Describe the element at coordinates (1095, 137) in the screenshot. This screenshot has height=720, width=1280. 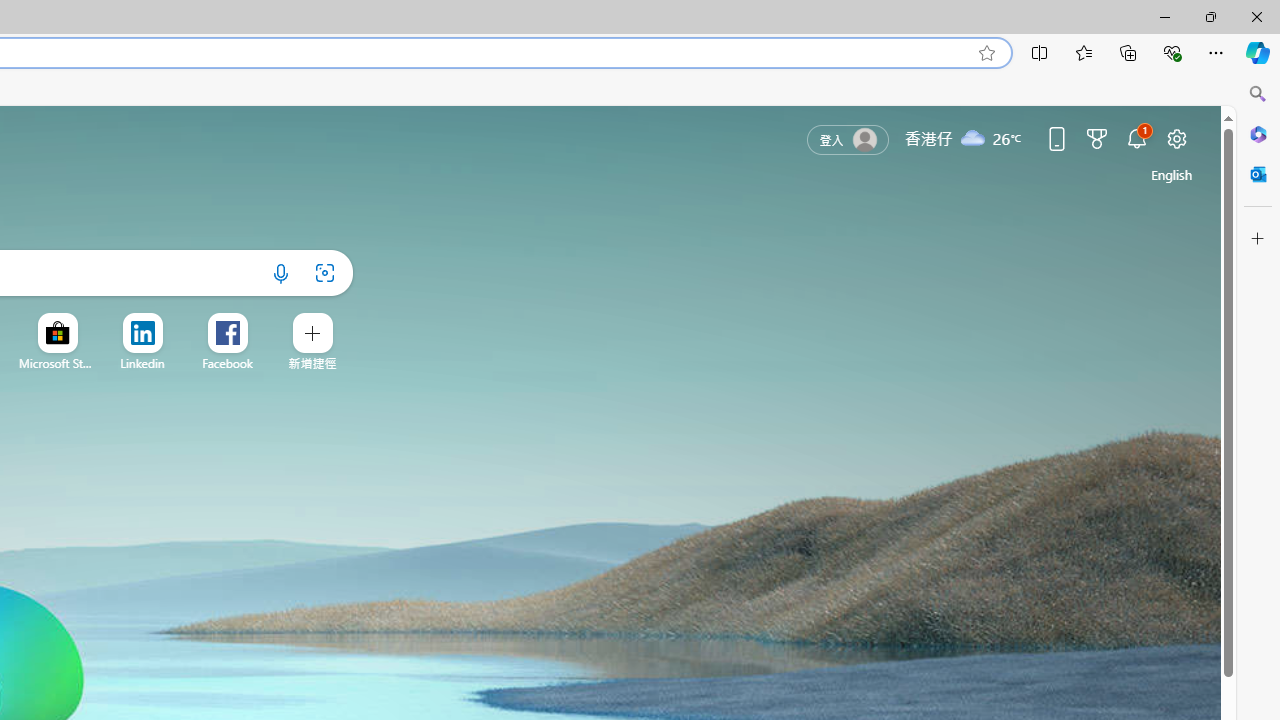
I see `'Microsoft Rewards'` at that location.